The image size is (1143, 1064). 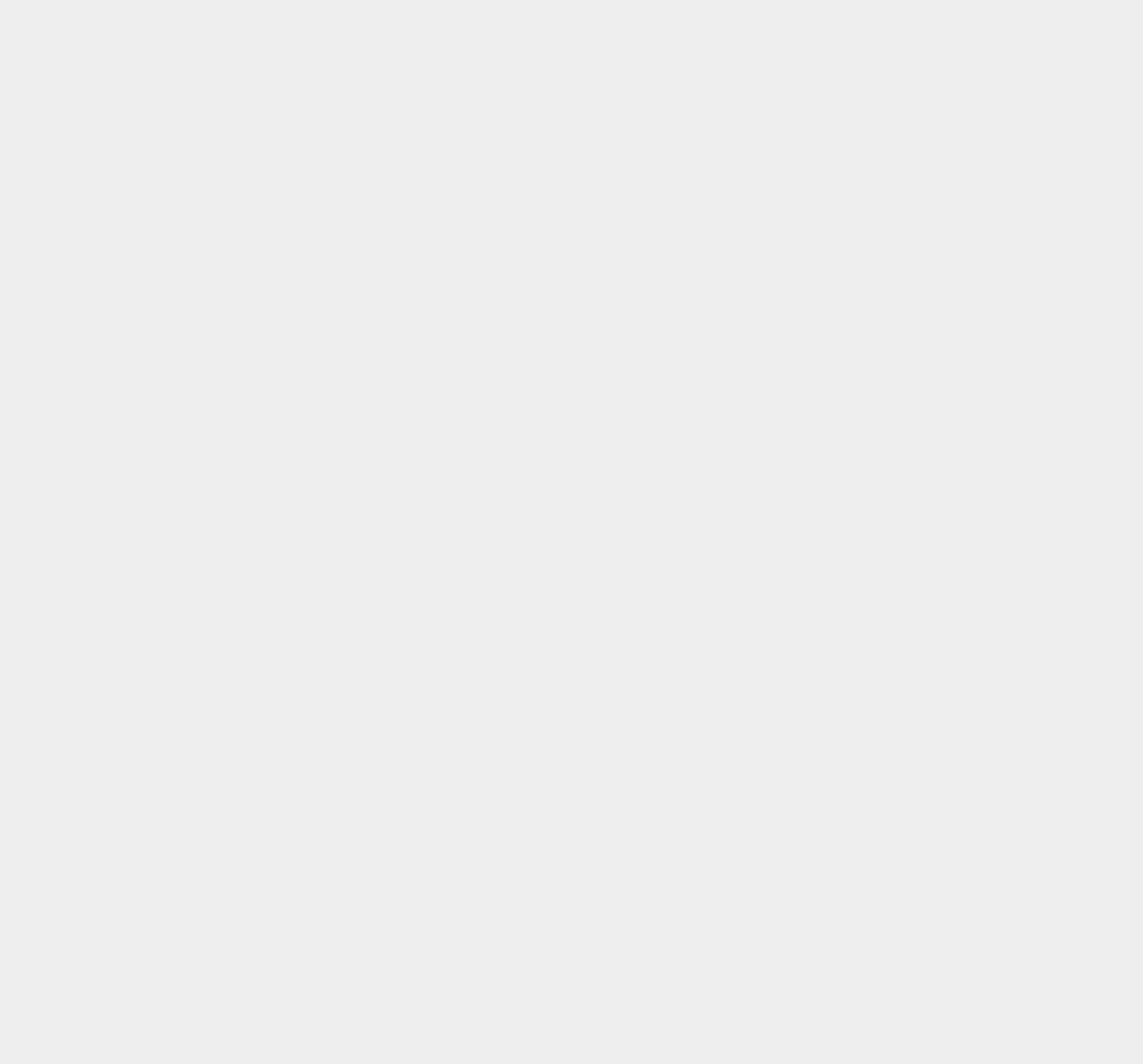 What do you see at coordinates (834, 41) in the screenshot?
I see `'iOS 8.1.2'` at bounding box center [834, 41].